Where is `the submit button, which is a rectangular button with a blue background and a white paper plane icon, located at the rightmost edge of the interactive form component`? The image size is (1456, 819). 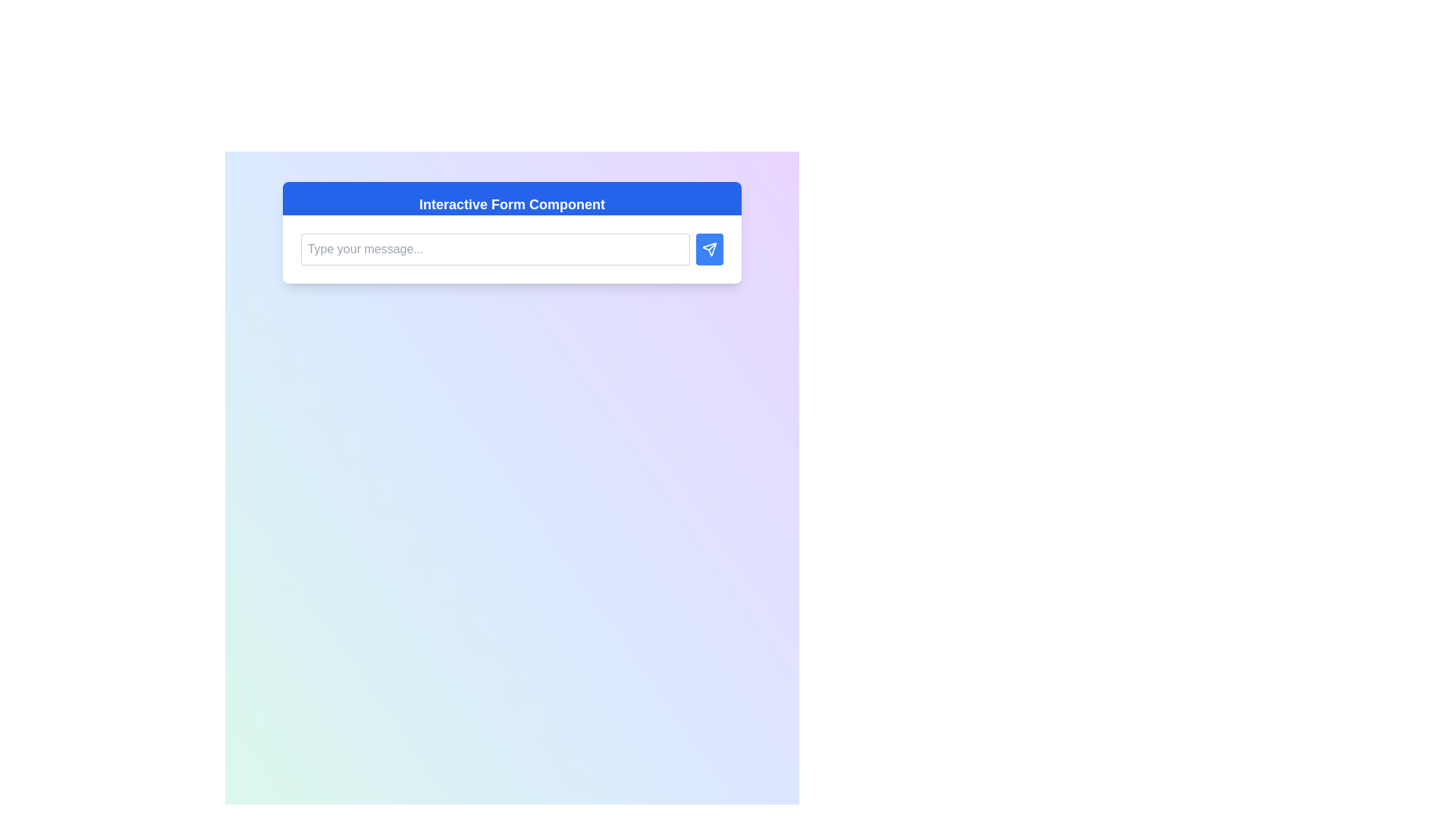
the submit button, which is a rectangular button with a blue background and a white paper plane icon, located at the rightmost edge of the interactive form component is located at coordinates (709, 248).